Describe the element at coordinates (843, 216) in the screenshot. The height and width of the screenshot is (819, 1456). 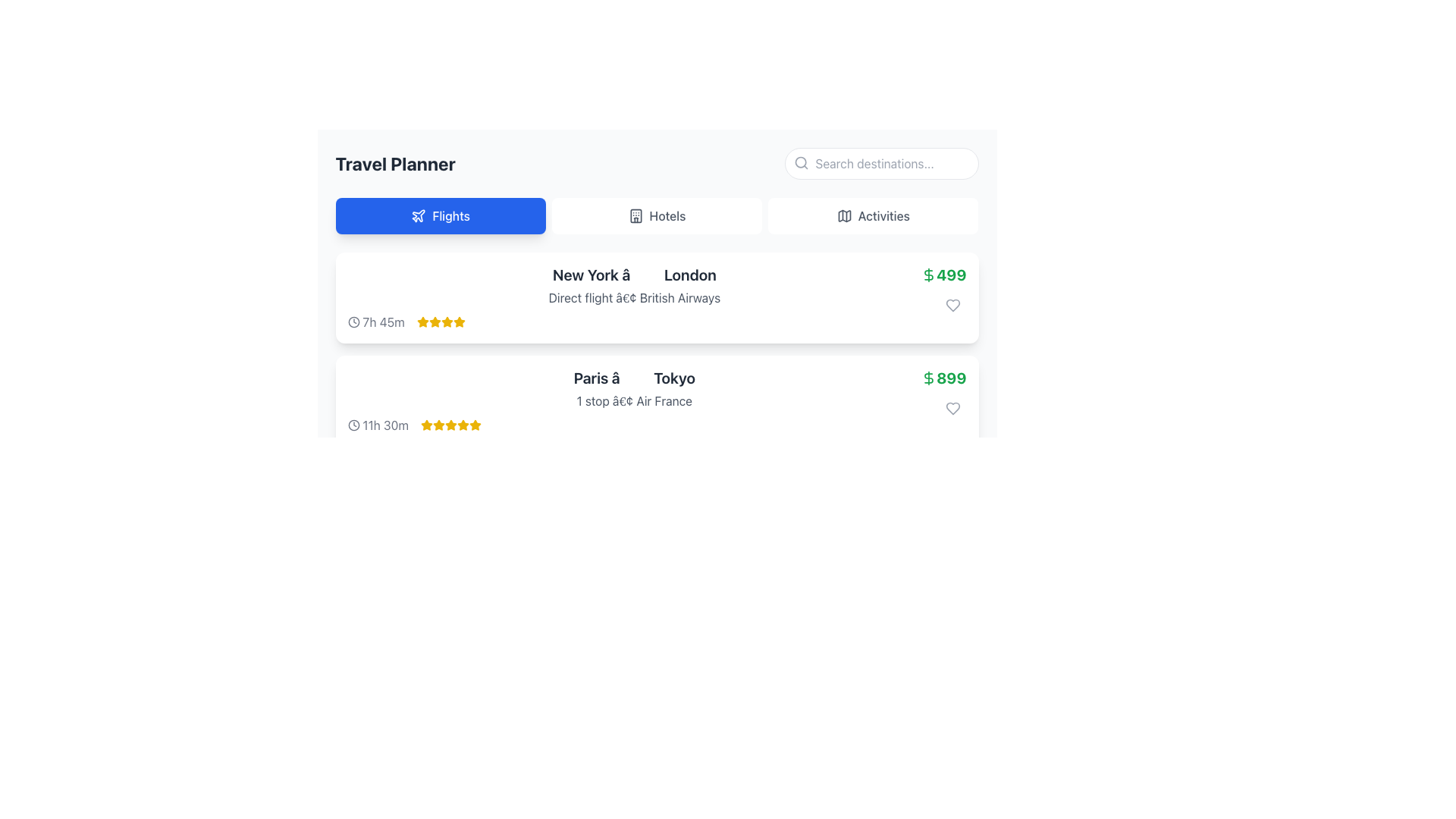
I see `the 'Activities' icon located in the top navigation bar, which is positioned to the left of the text 'Activities'` at that location.